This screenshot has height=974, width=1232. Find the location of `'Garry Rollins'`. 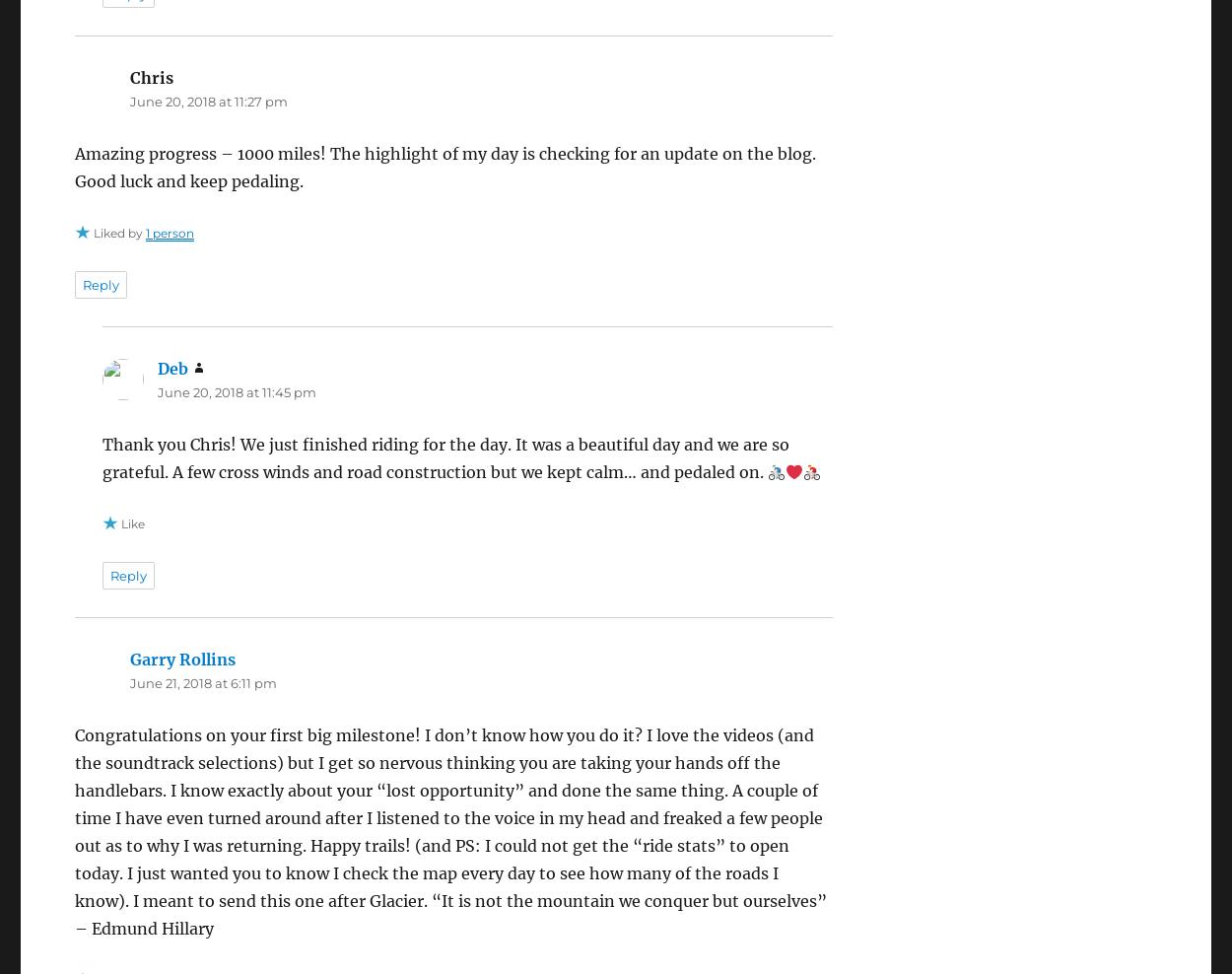

'Garry Rollins' is located at coordinates (181, 657).